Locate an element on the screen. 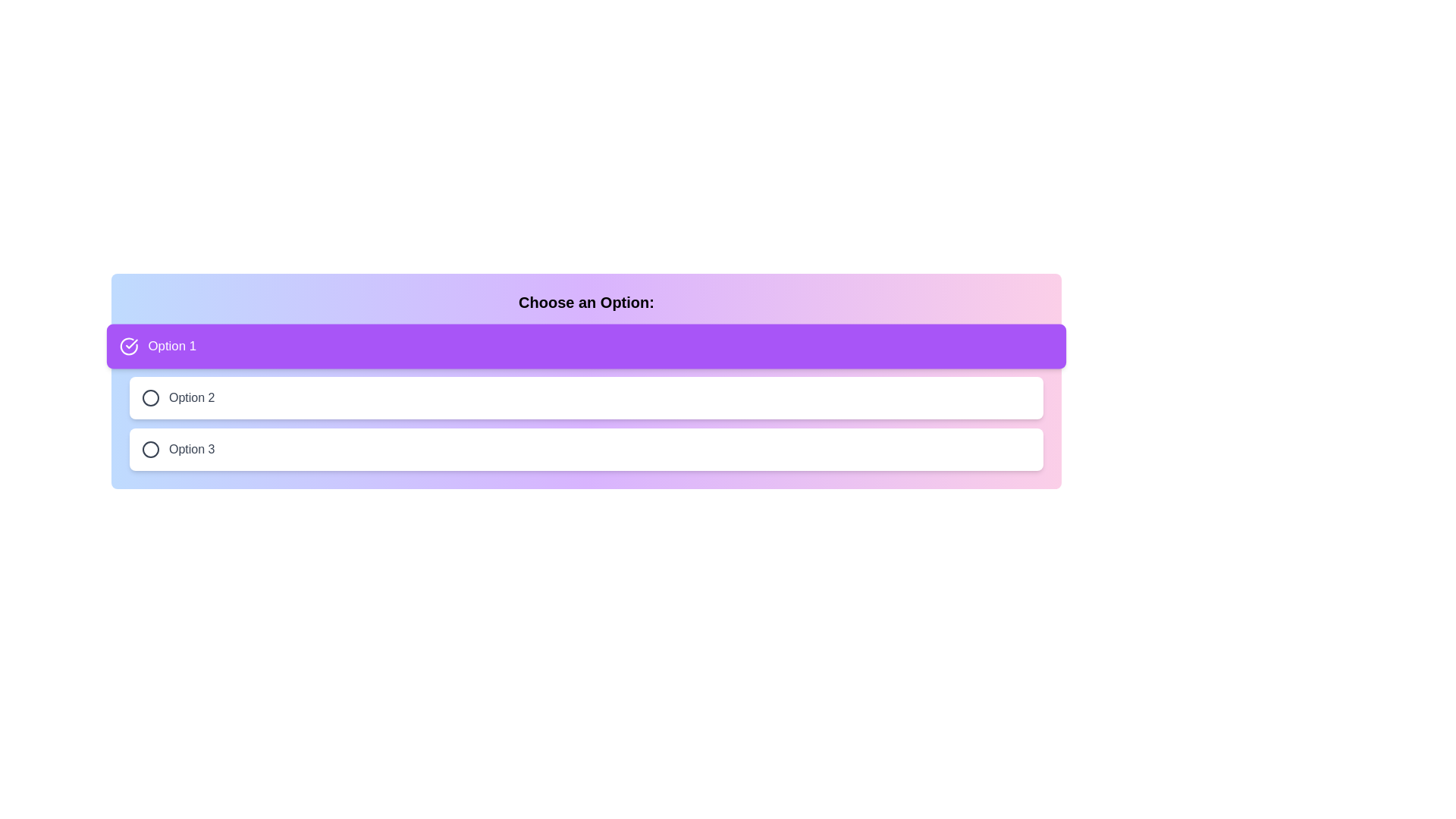  the circular indicator element for 'Option 2' is located at coordinates (150, 397).